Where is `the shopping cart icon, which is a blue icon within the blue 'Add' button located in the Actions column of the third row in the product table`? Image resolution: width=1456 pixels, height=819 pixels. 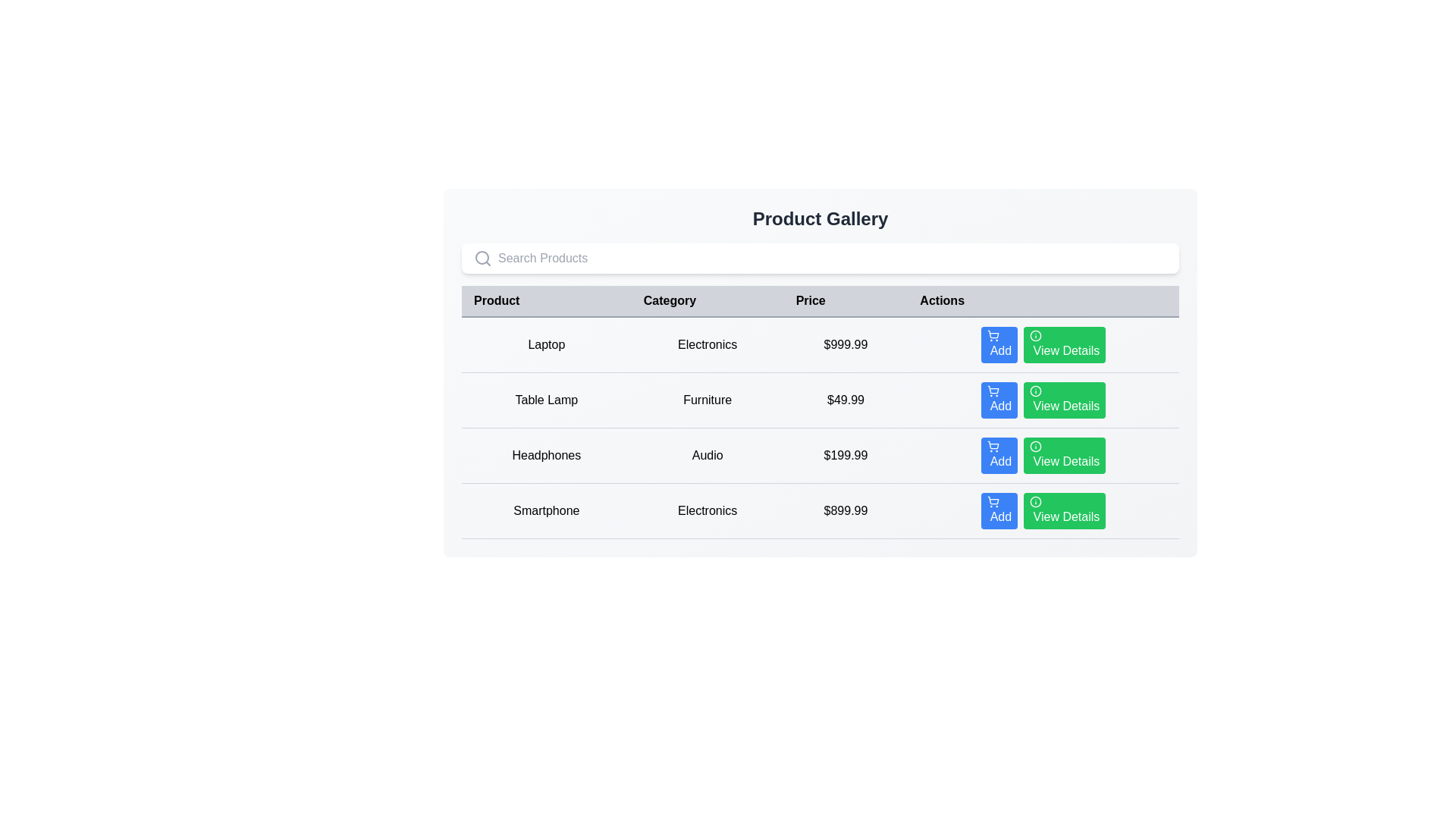 the shopping cart icon, which is a blue icon within the blue 'Add' button located in the Actions column of the third row in the product table is located at coordinates (993, 446).